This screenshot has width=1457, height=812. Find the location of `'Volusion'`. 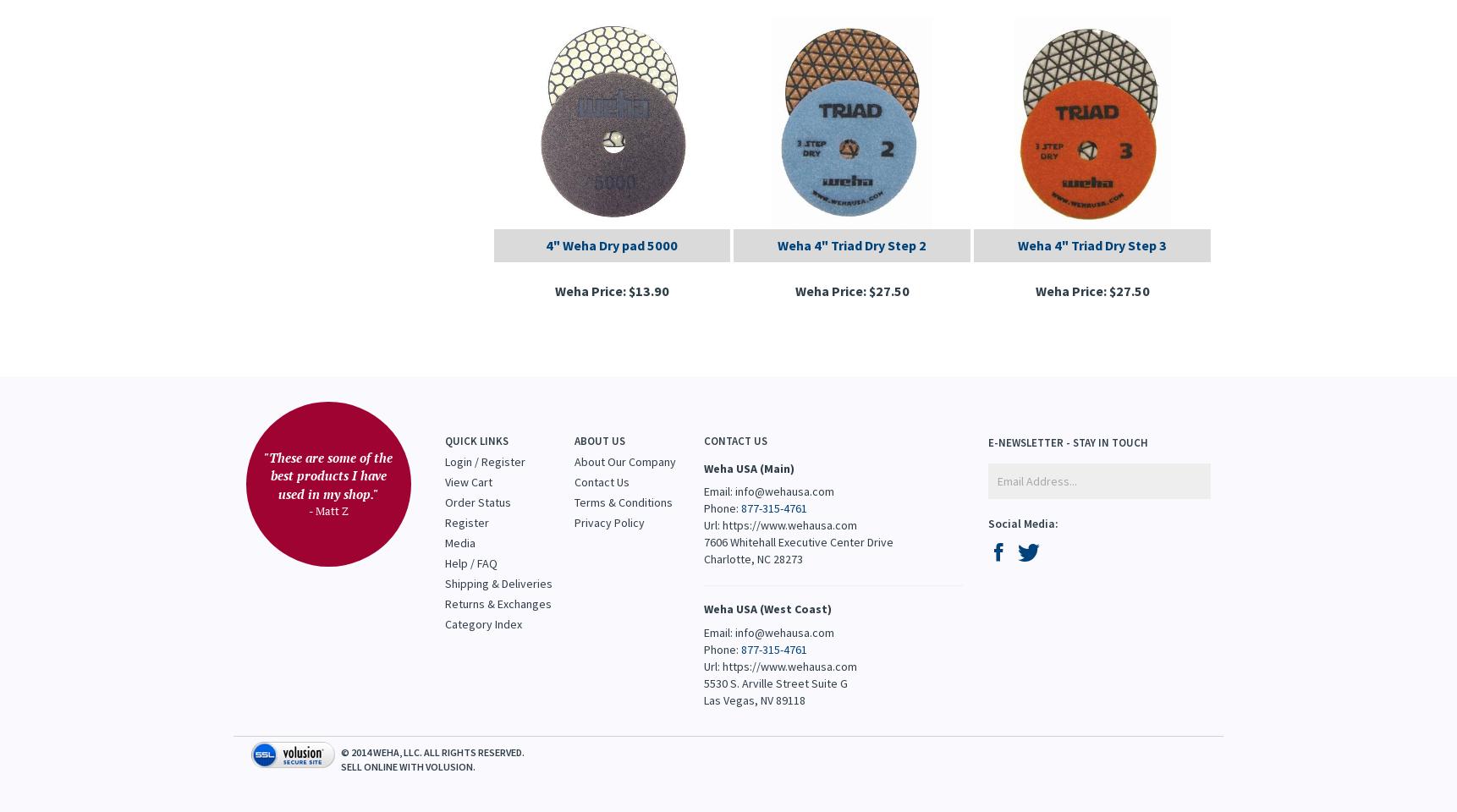

'Volusion' is located at coordinates (449, 765).